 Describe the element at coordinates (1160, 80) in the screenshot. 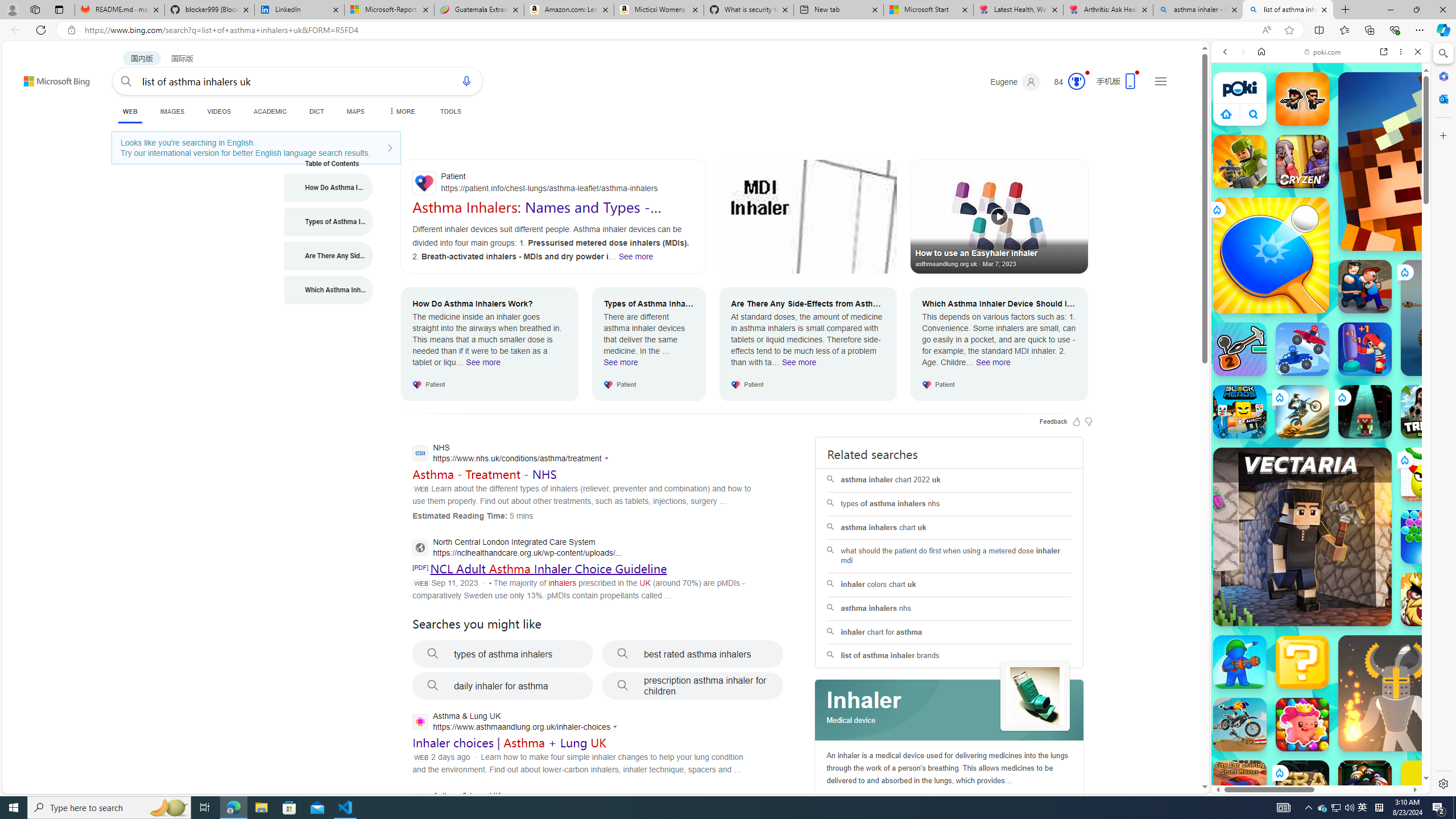

I see `'Settings and quick links'` at that location.